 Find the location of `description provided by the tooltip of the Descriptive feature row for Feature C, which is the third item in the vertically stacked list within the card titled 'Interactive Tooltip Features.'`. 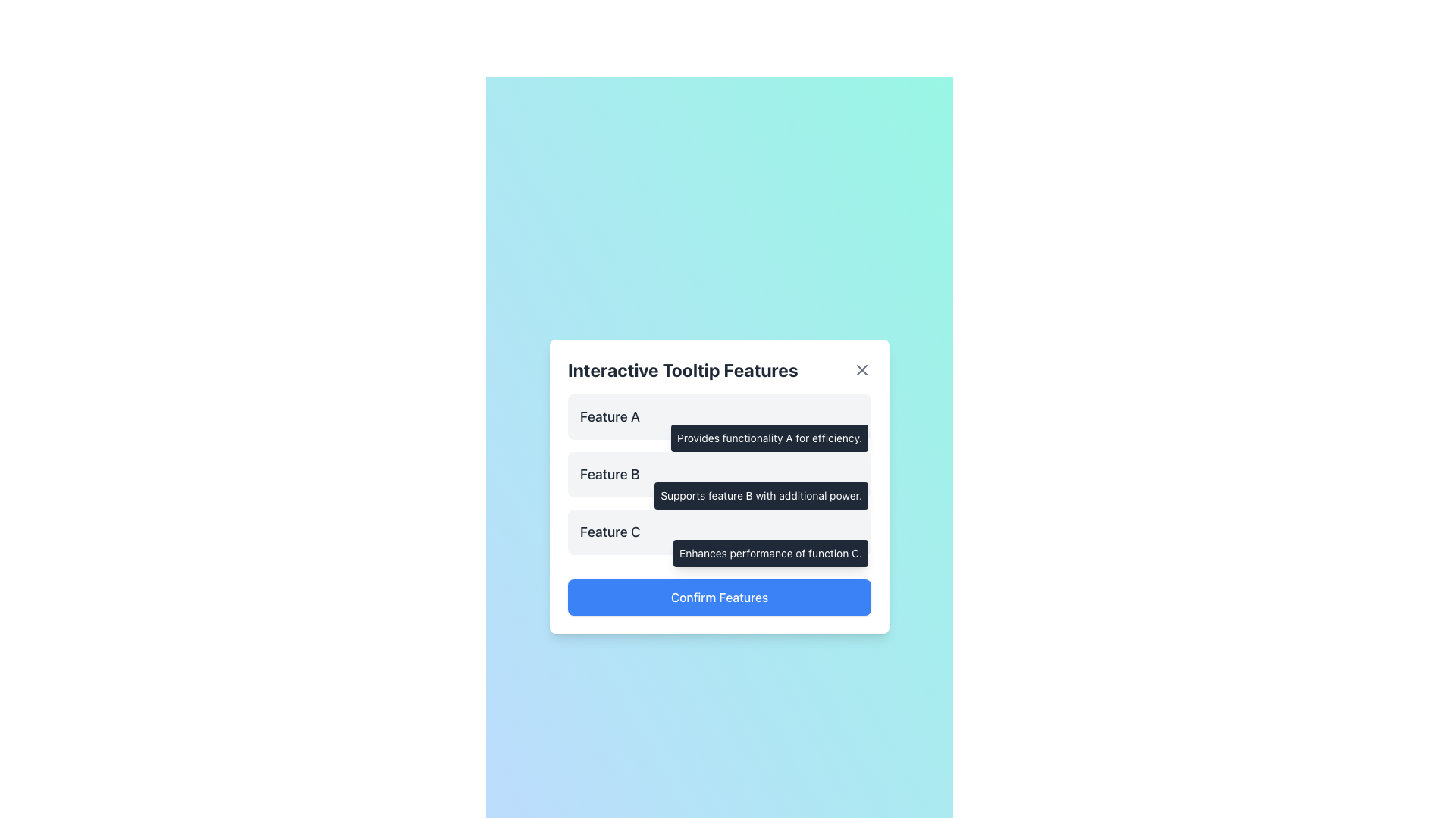

description provided by the tooltip of the Descriptive feature row for Feature C, which is the third item in the vertically stacked list within the card titled 'Interactive Tooltip Features.' is located at coordinates (719, 532).